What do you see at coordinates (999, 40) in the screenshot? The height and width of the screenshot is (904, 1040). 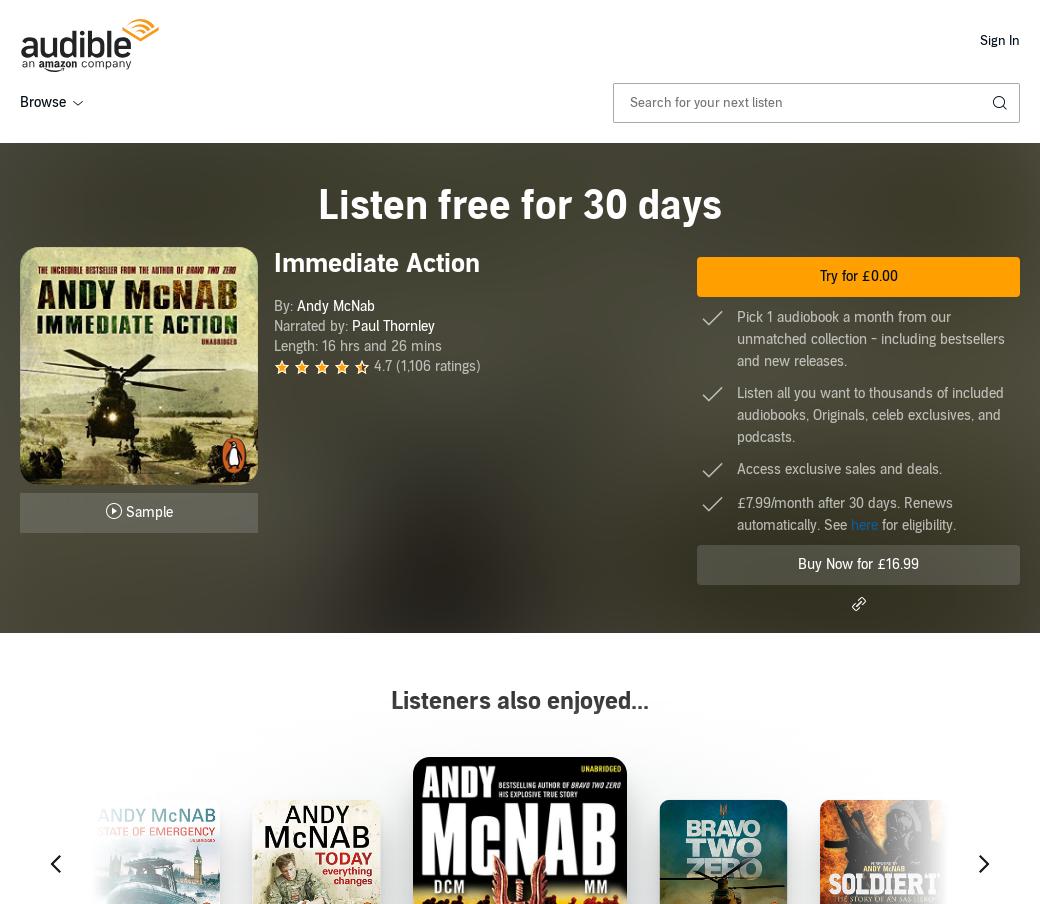 I see `'Sign In'` at bounding box center [999, 40].